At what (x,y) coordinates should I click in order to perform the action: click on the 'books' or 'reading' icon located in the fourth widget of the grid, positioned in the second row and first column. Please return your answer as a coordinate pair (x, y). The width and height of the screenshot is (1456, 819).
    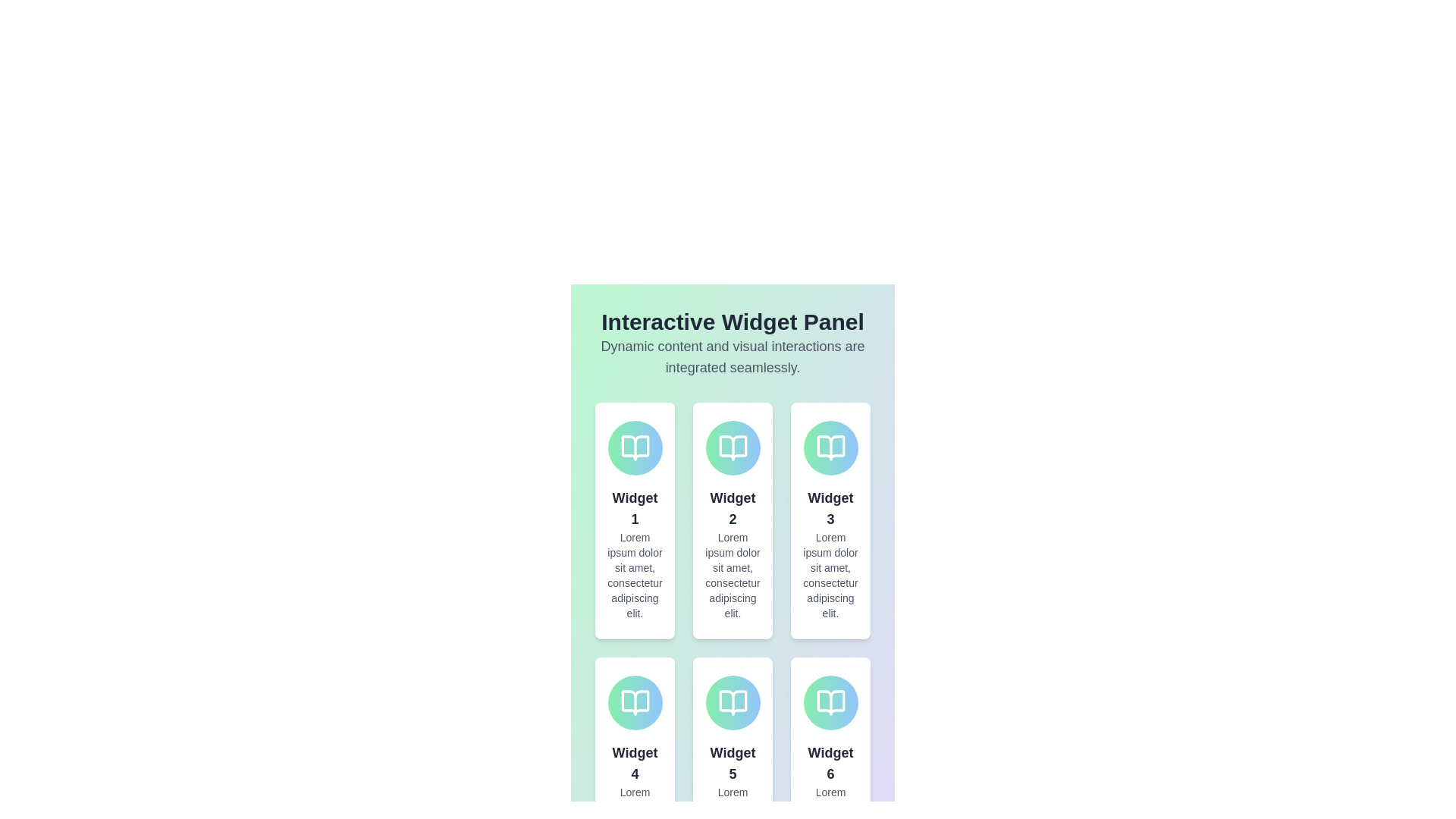
    Looking at the image, I should click on (635, 702).